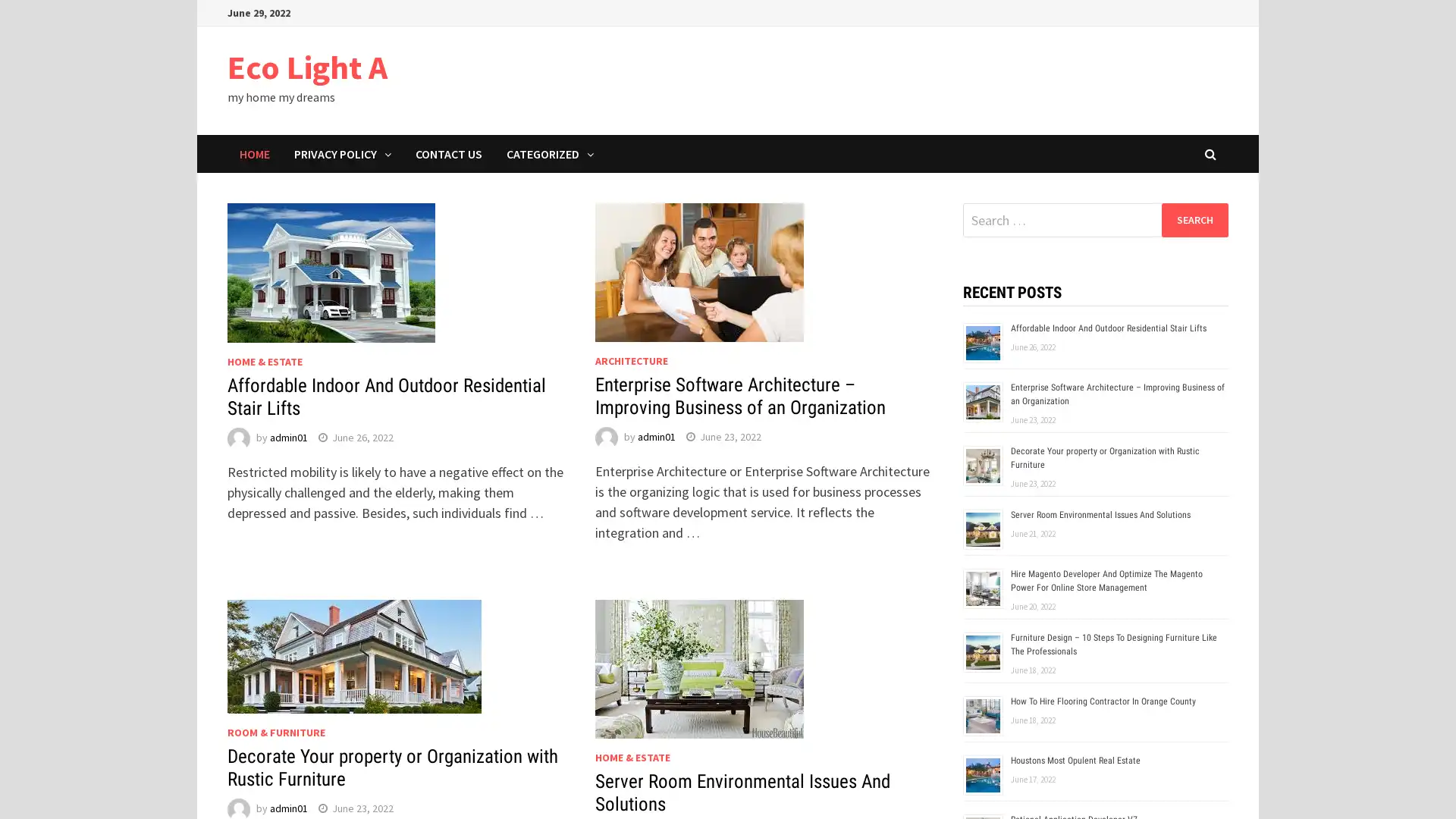 This screenshot has height=819, width=1456. Describe the element at coordinates (1194, 219) in the screenshot. I see `Search` at that location.